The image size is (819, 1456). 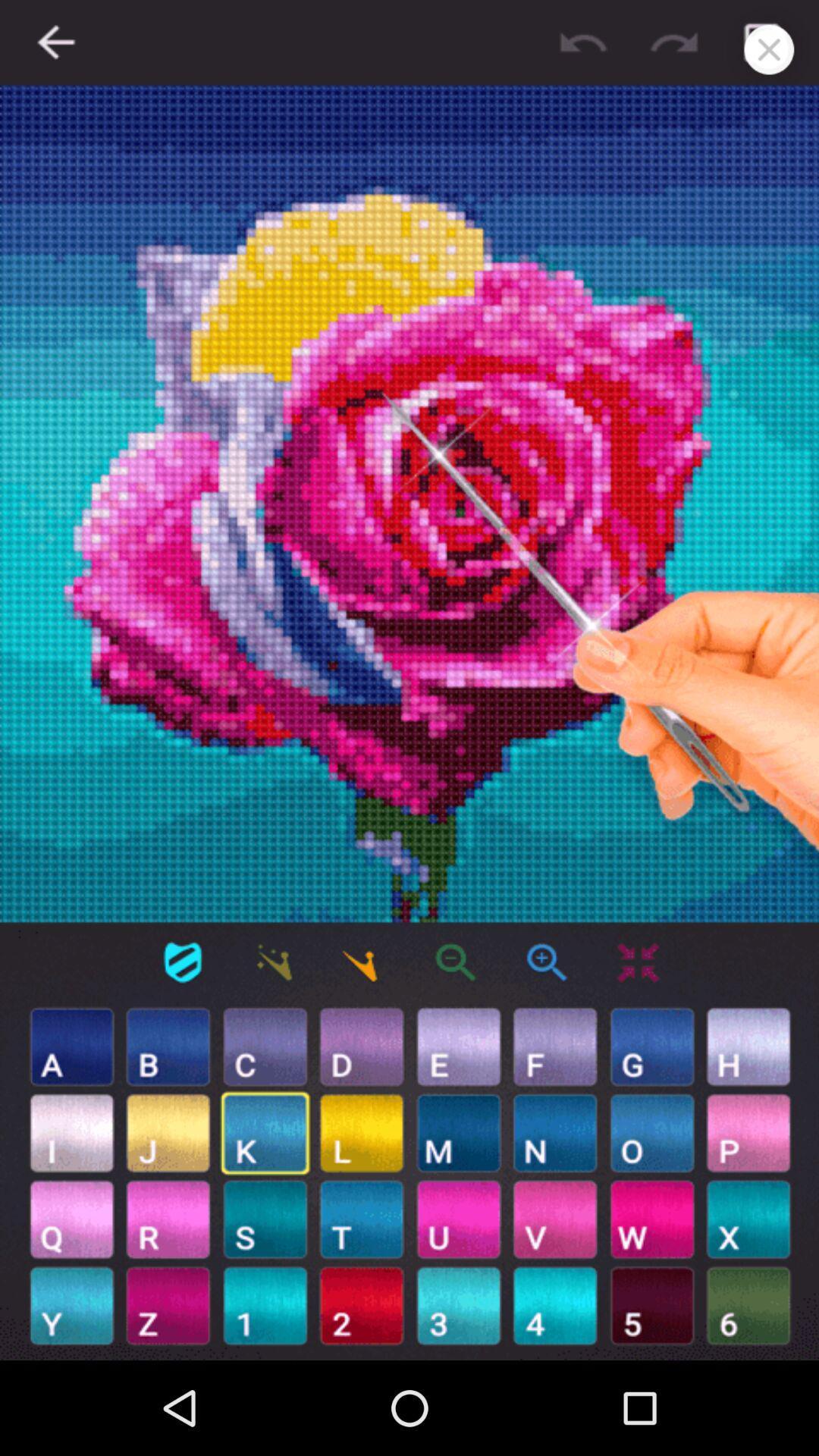 I want to click on the close icon, so click(x=769, y=49).